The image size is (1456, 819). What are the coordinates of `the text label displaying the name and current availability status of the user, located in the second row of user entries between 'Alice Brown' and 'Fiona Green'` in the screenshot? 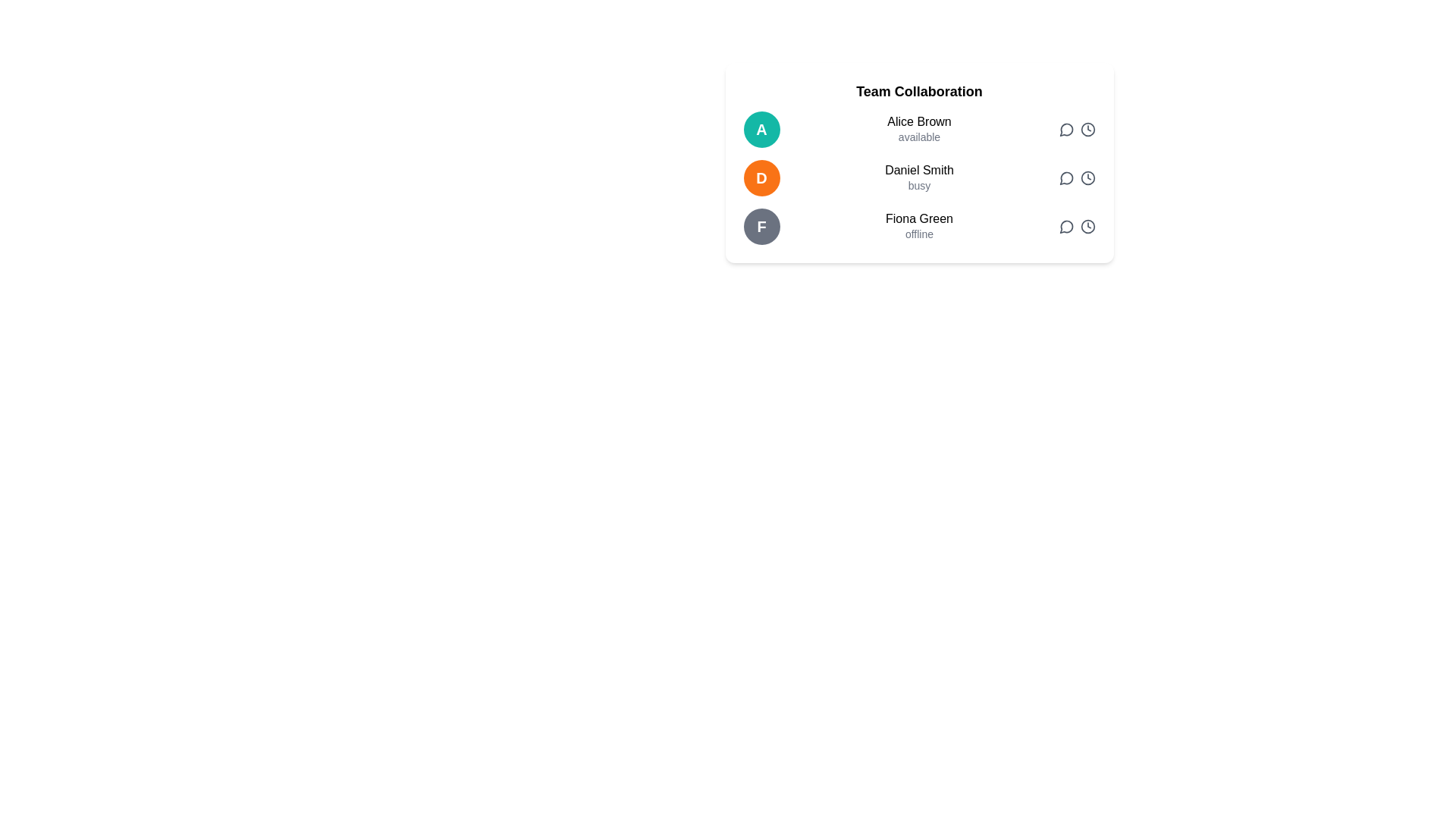 It's located at (918, 177).